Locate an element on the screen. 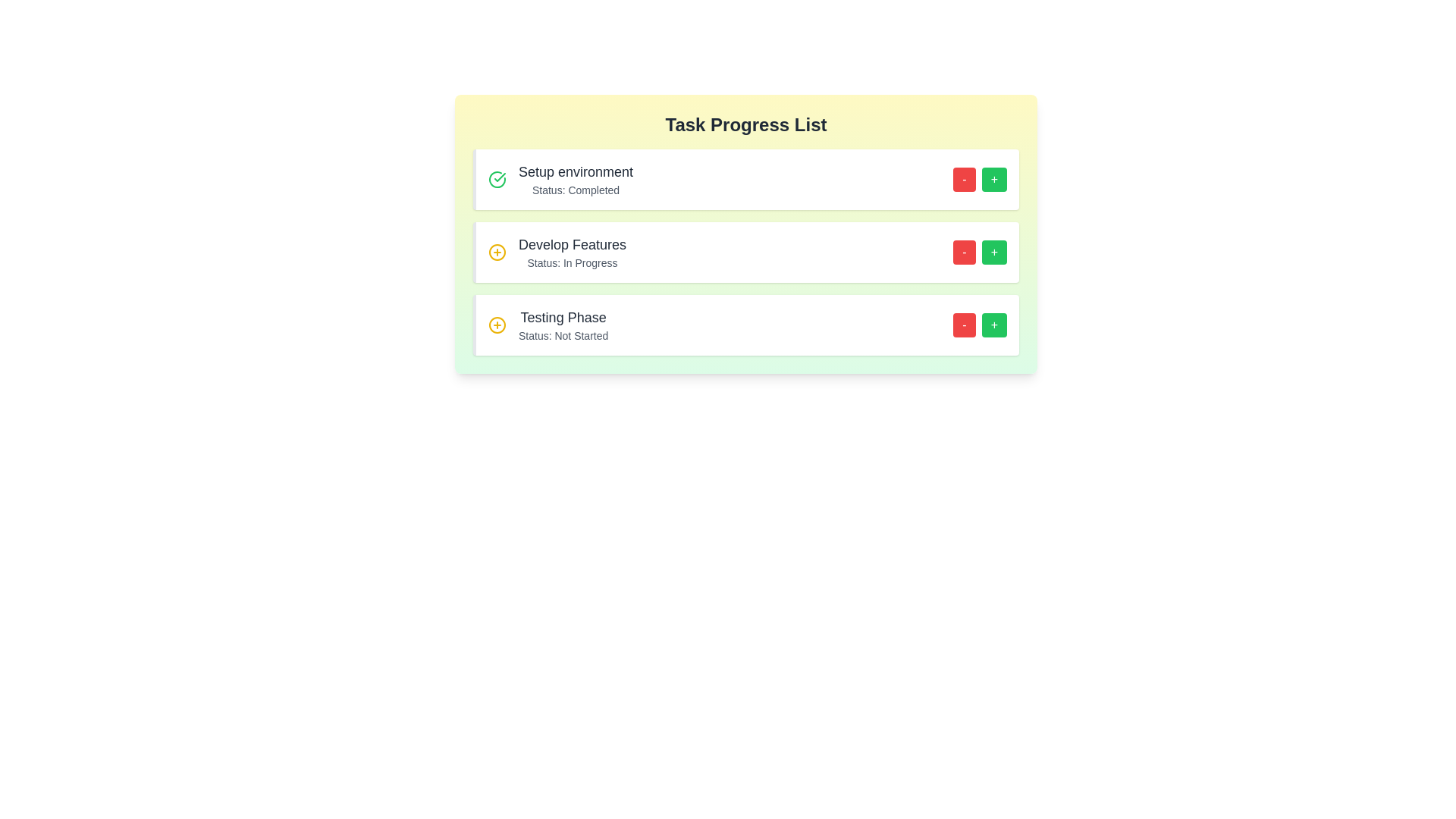 This screenshot has height=819, width=1456. the increase button for the task 'Testing Phase' is located at coordinates (994, 324).